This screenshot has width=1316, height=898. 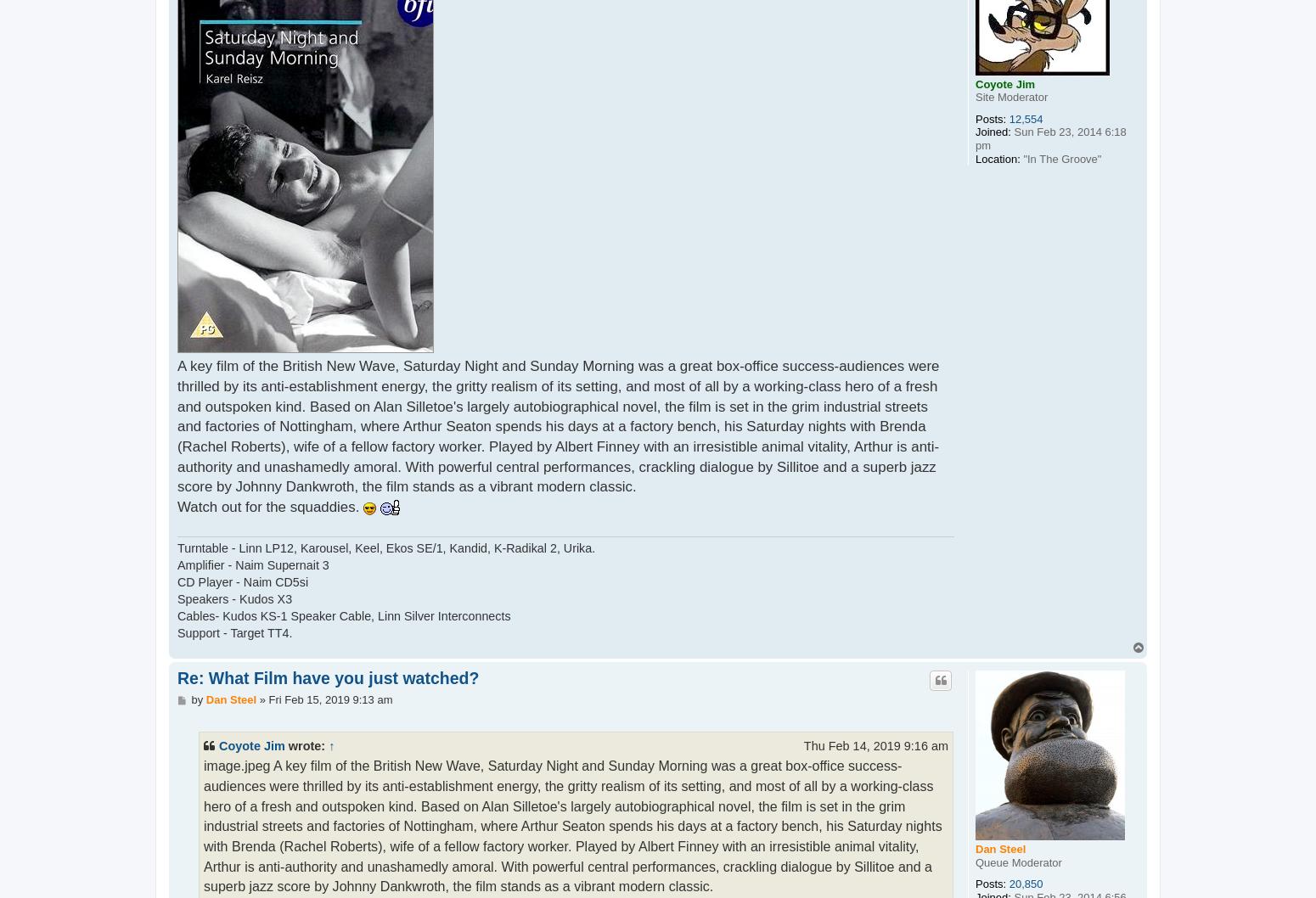 What do you see at coordinates (875, 744) in the screenshot?
I see `'Thu Feb 14, 2019 9:16 am'` at bounding box center [875, 744].